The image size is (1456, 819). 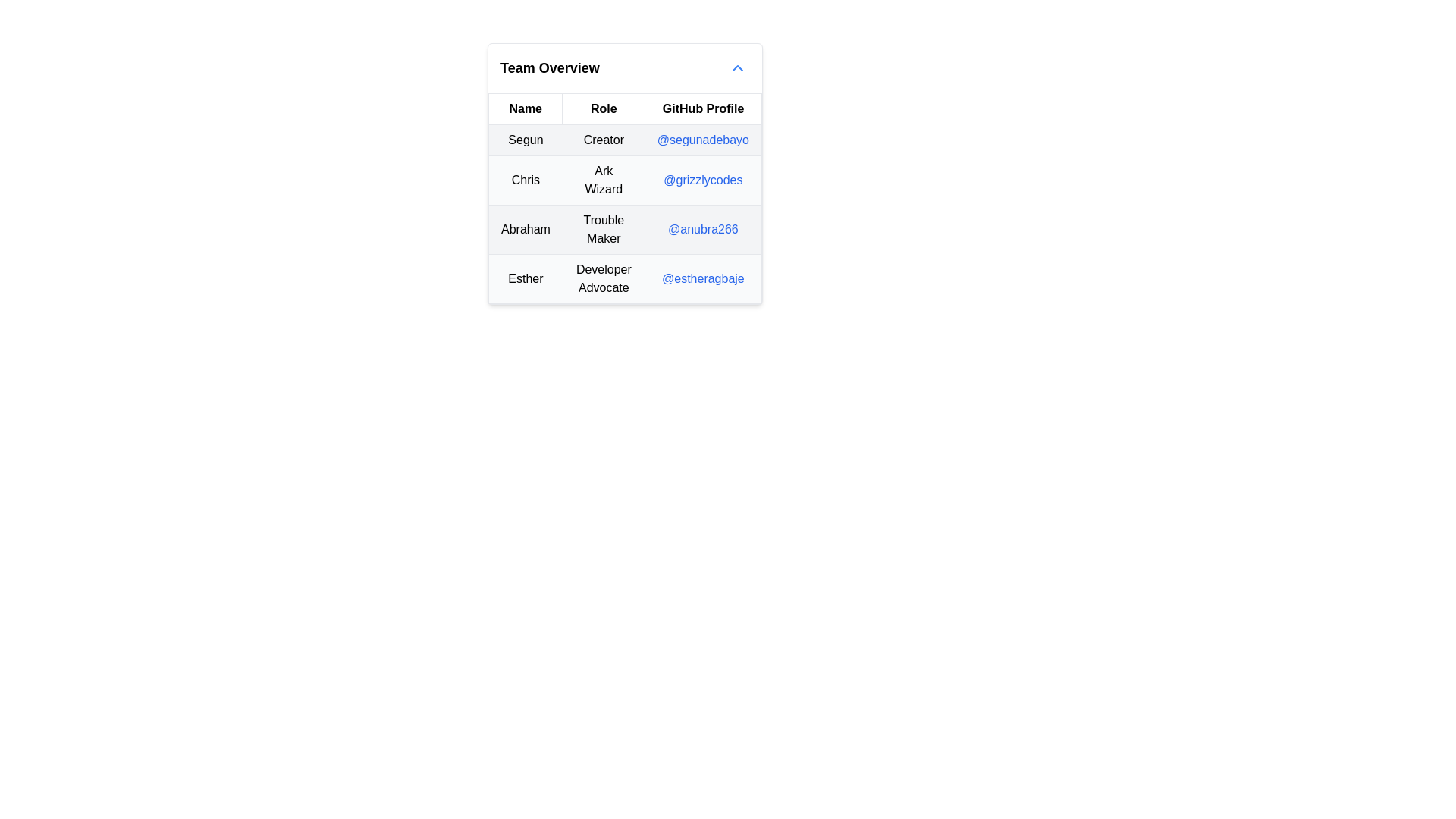 What do you see at coordinates (701, 140) in the screenshot?
I see `the blue, underlined hyperlink displaying '@segunadebayo' located in the 'GitHub Profile' column under the 'Segun' row to visit the GitHub profile` at bounding box center [701, 140].